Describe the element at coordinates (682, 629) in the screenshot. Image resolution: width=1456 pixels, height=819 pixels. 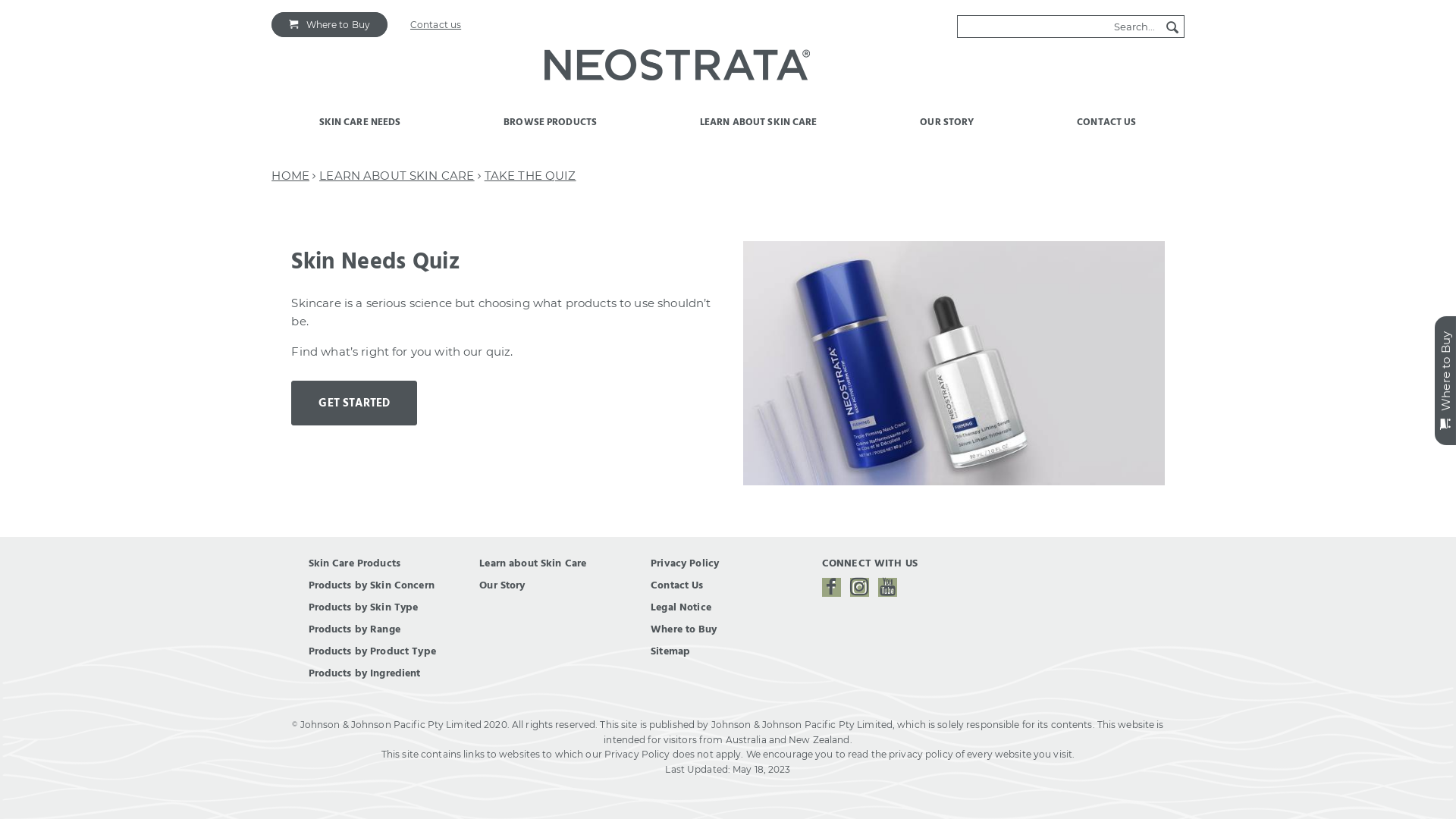
I see `'Where to Buy'` at that location.